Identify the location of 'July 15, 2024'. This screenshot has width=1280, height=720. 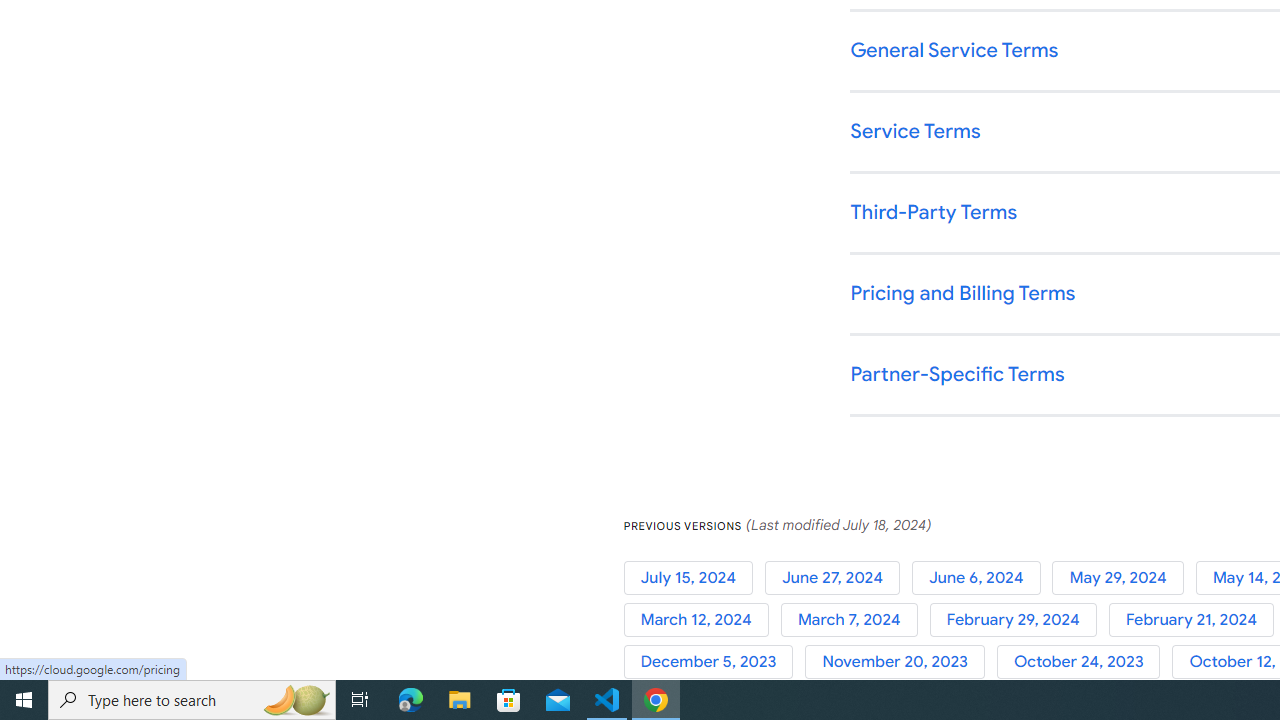
(694, 577).